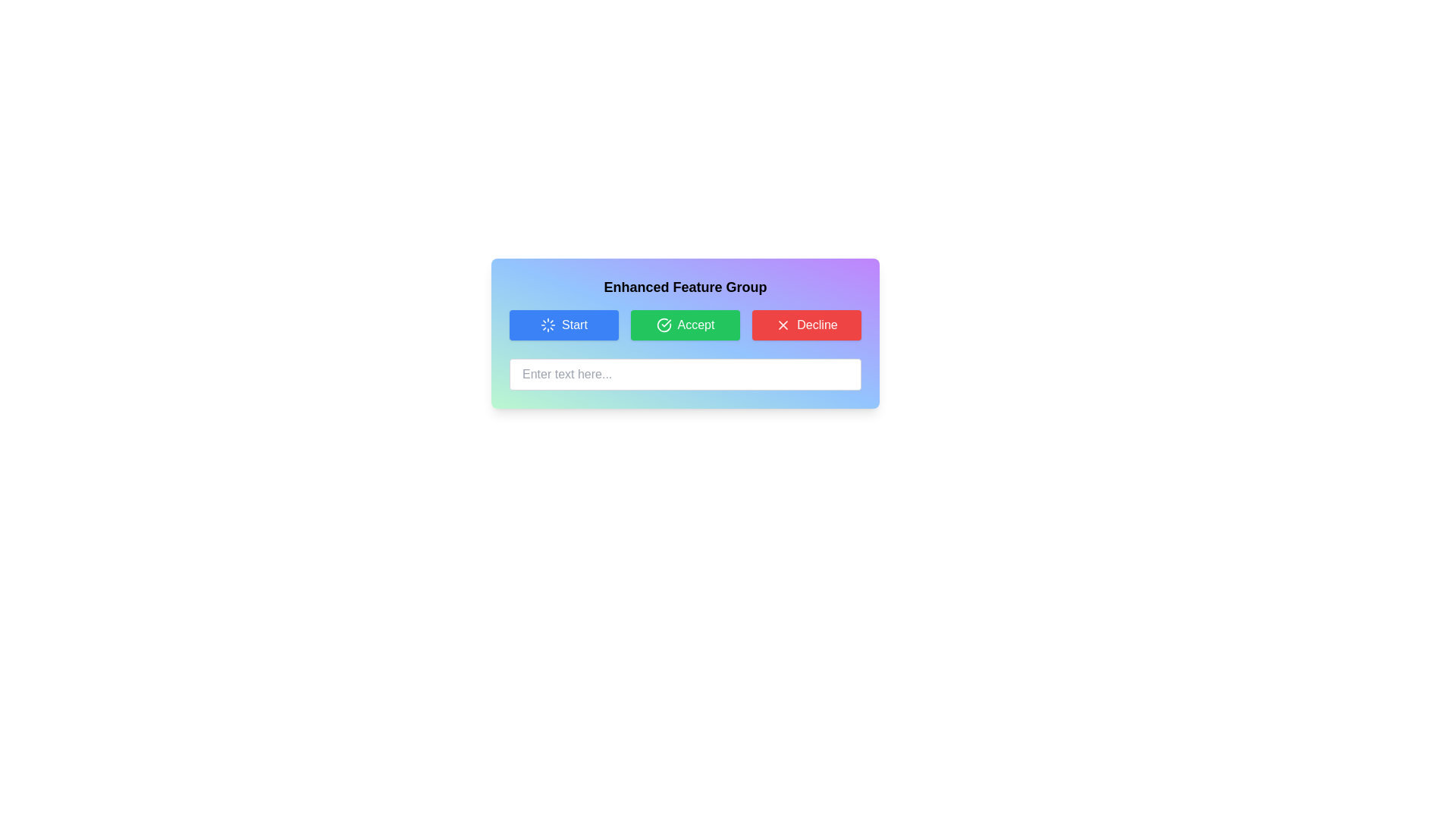  Describe the element at coordinates (783, 324) in the screenshot. I see `the small 'X' icon, which is an SVG element styled with a consistent stroke width and located towards the center-right of the 'Decline' button` at that location.